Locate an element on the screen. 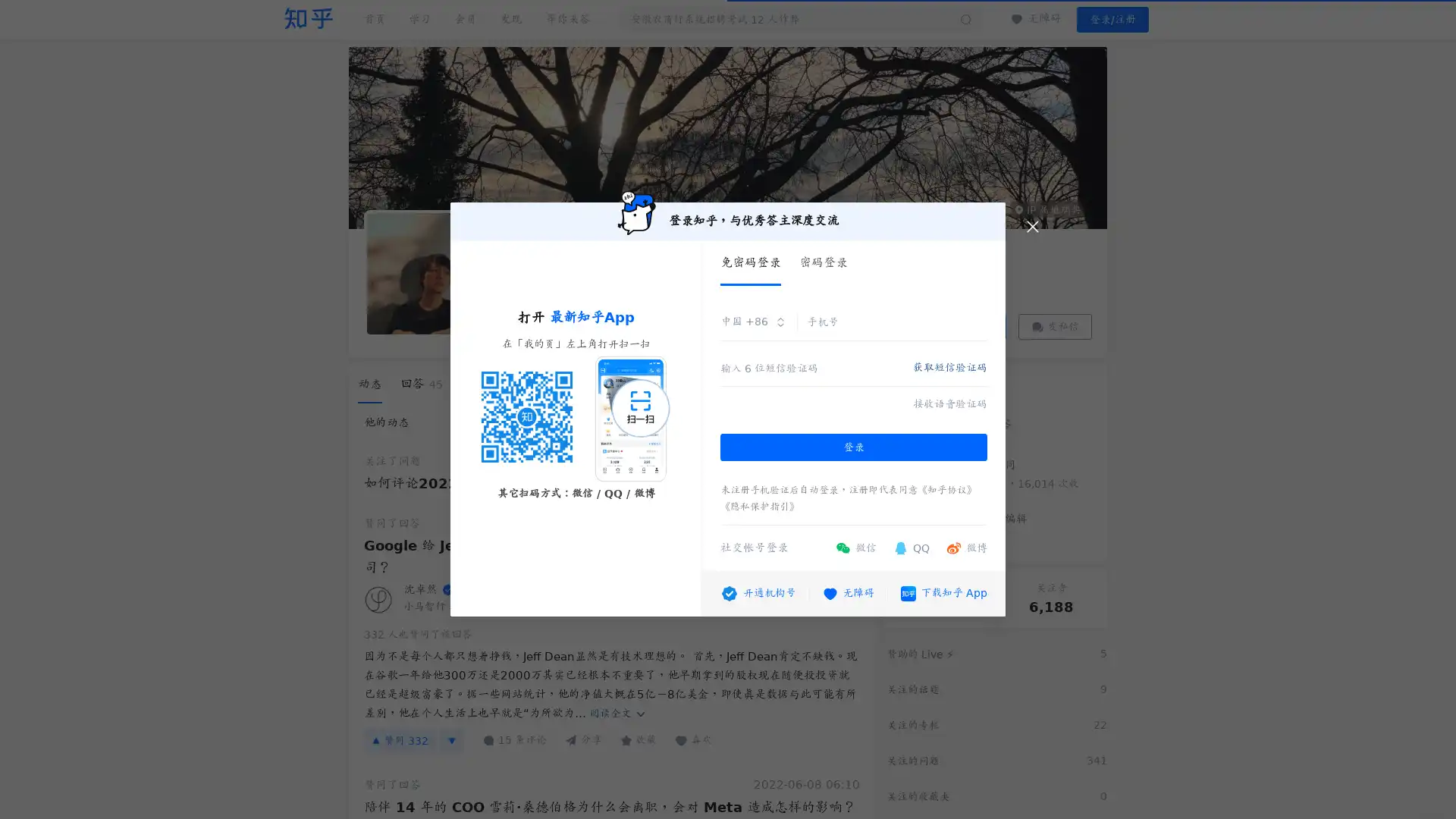  QQ is located at coordinates (910, 548).